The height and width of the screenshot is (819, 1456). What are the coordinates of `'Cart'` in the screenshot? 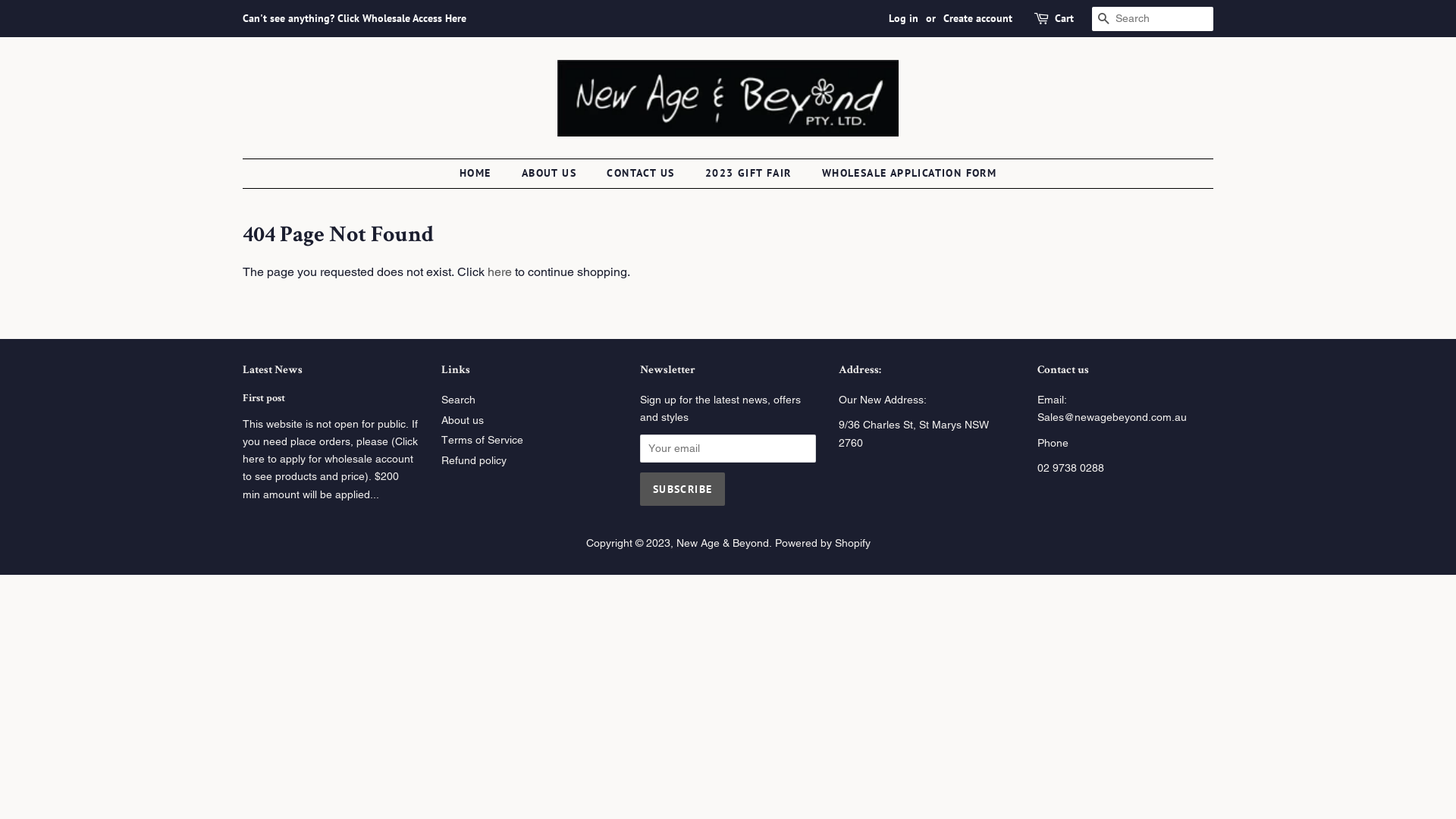 It's located at (1063, 18).